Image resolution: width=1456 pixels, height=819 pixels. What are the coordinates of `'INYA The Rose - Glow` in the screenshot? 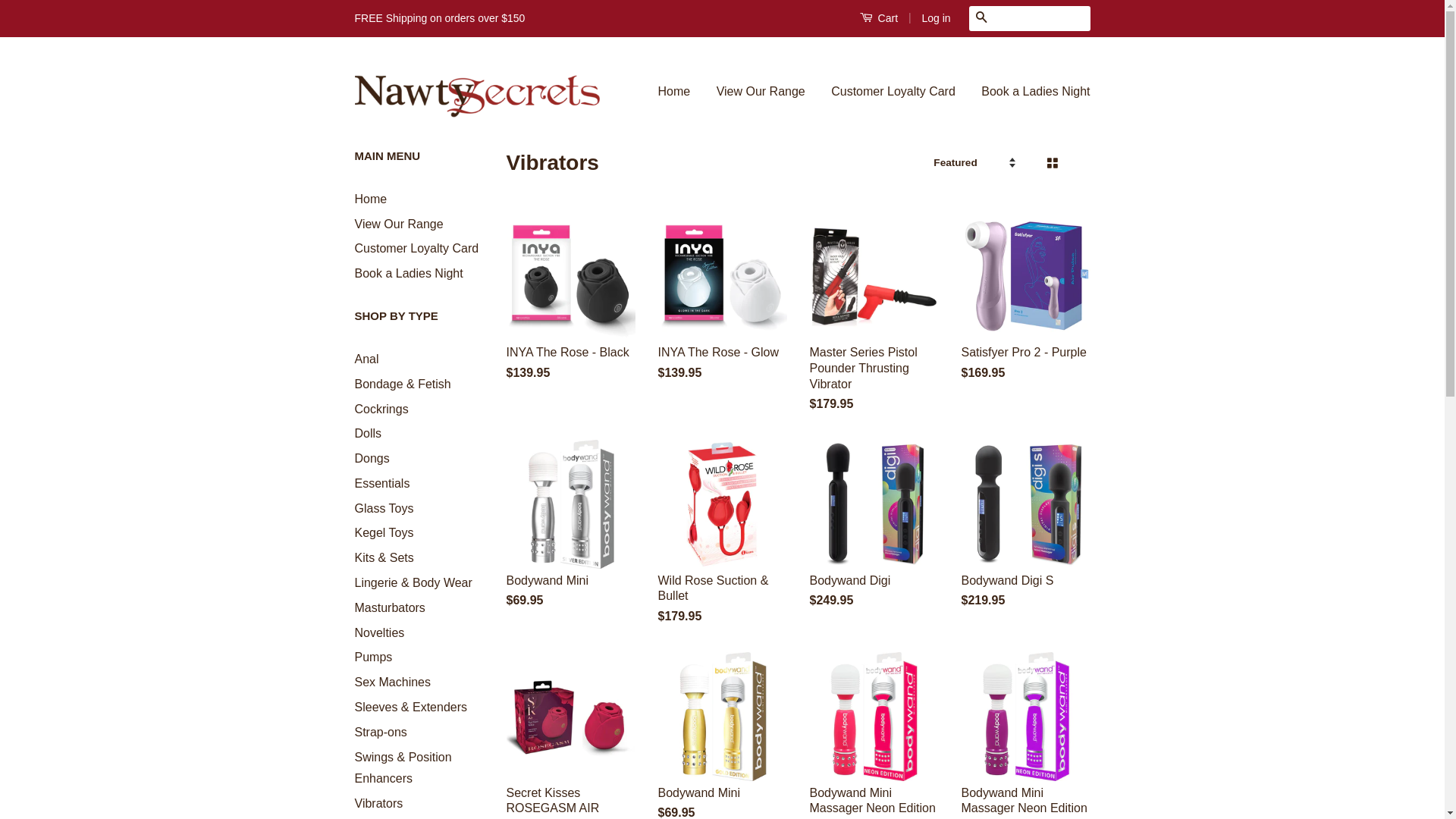 It's located at (658, 309).